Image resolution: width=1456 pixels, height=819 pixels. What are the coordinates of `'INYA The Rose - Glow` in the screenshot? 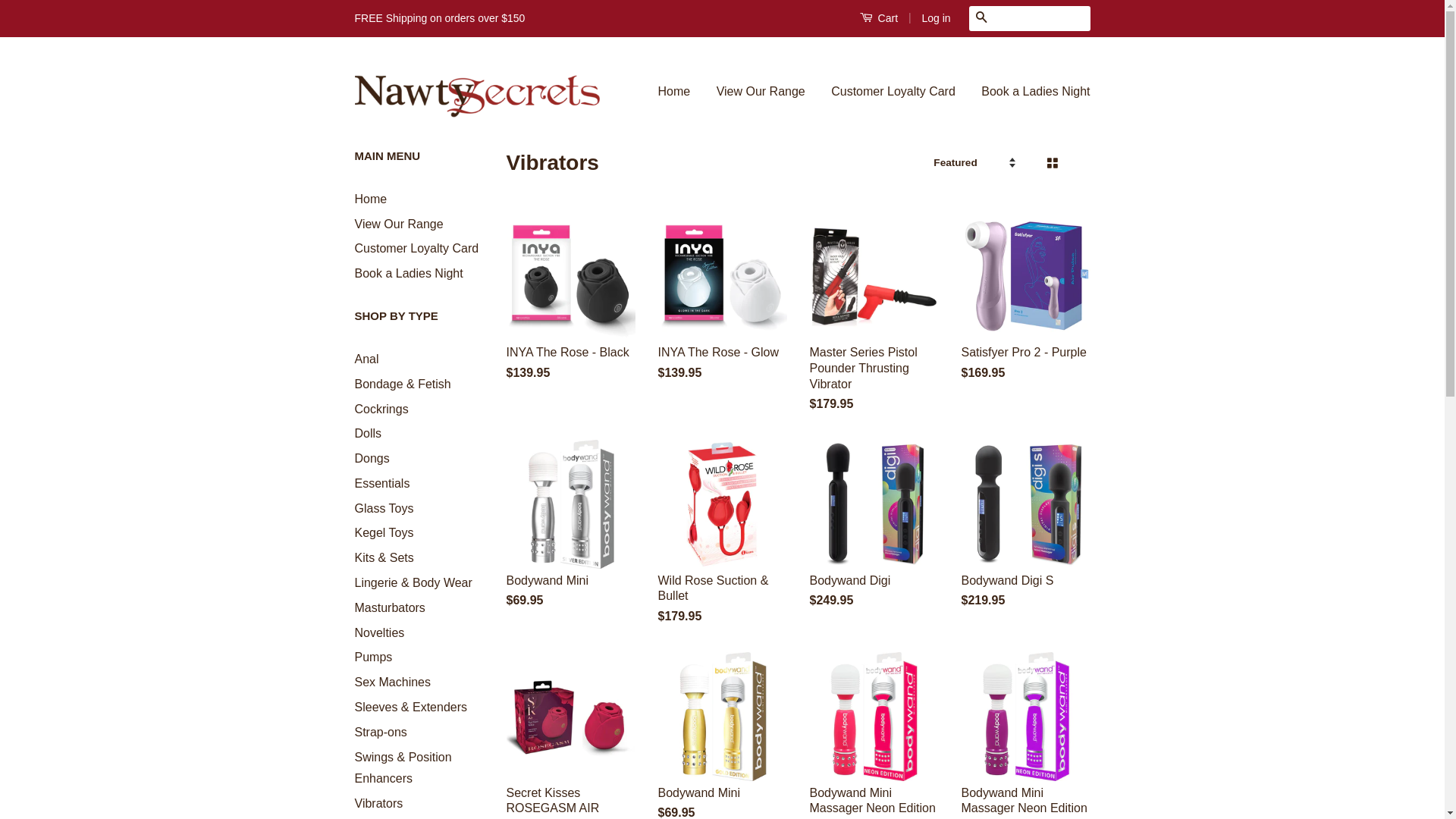 It's located at (658, 309).